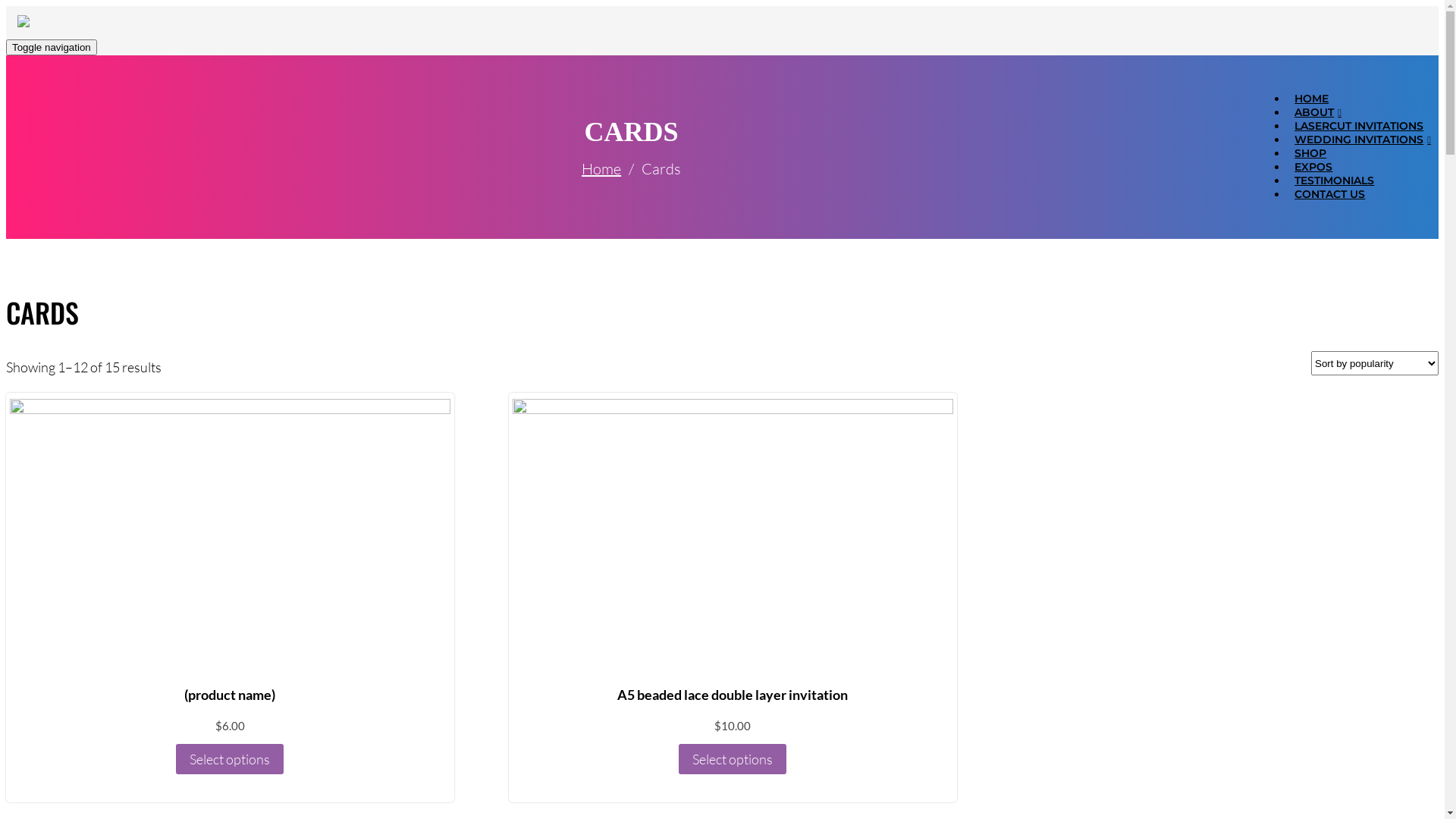 This screenshot has height=819, width=1456. What do you see at coordinates (228, 759) in the screenshot?
I see `'Select options'` at bounding box center [228, 759].